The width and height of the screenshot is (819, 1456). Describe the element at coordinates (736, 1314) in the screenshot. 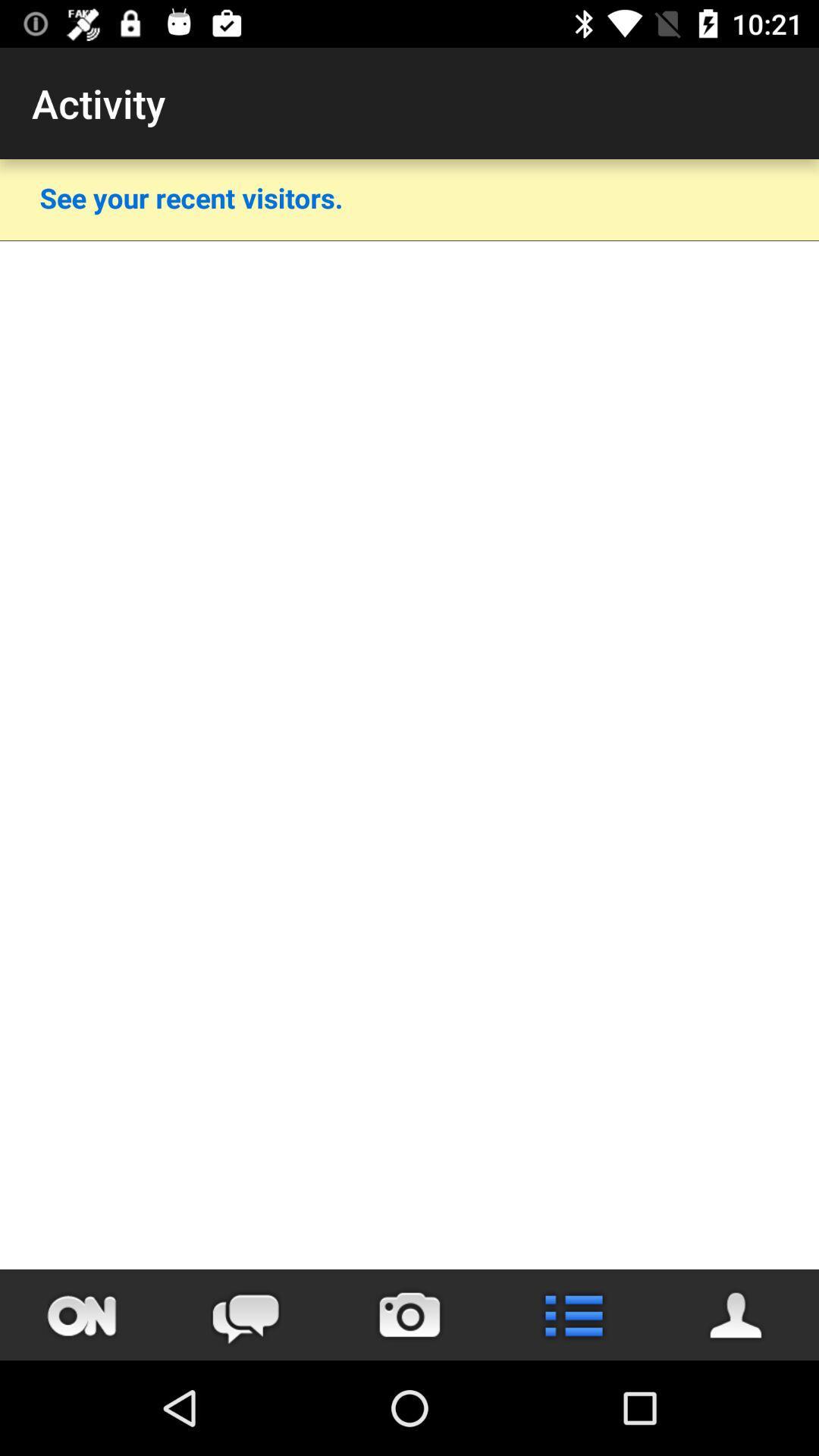

I see `profile` at that location.